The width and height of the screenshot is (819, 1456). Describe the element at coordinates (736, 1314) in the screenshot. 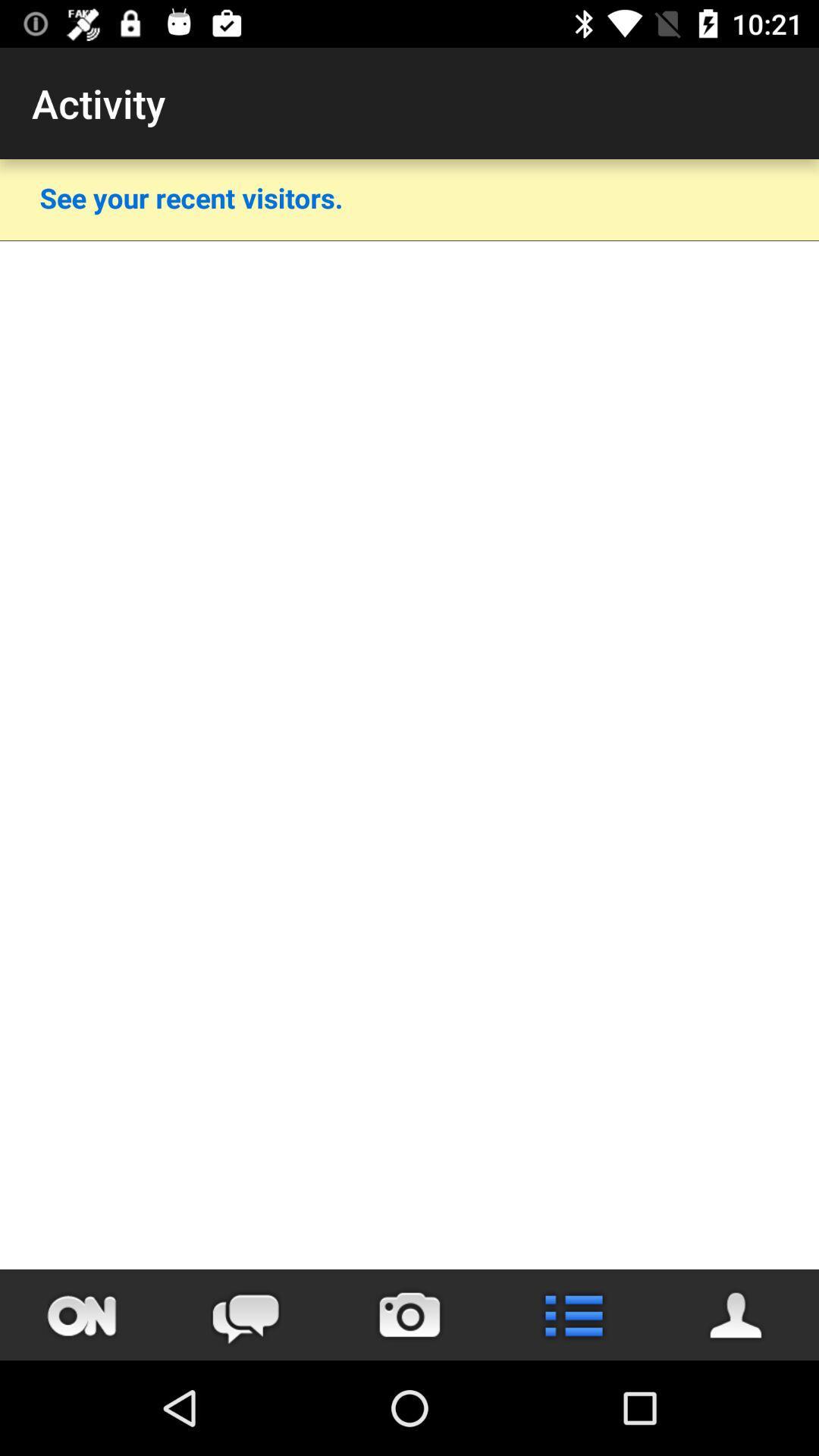

I see `profile` at that location.